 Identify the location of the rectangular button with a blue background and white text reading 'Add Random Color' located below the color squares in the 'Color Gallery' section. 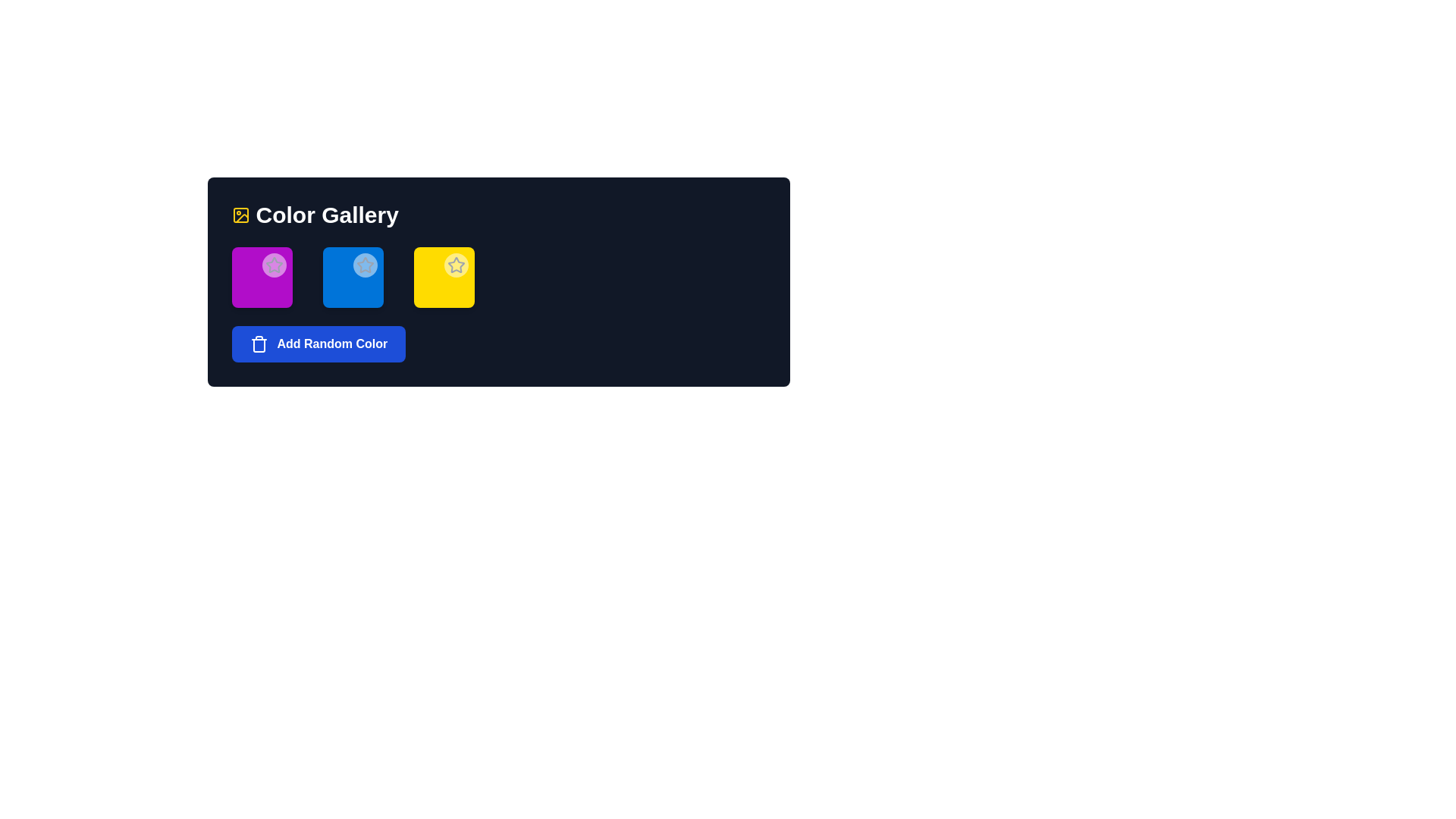
(318, 344).